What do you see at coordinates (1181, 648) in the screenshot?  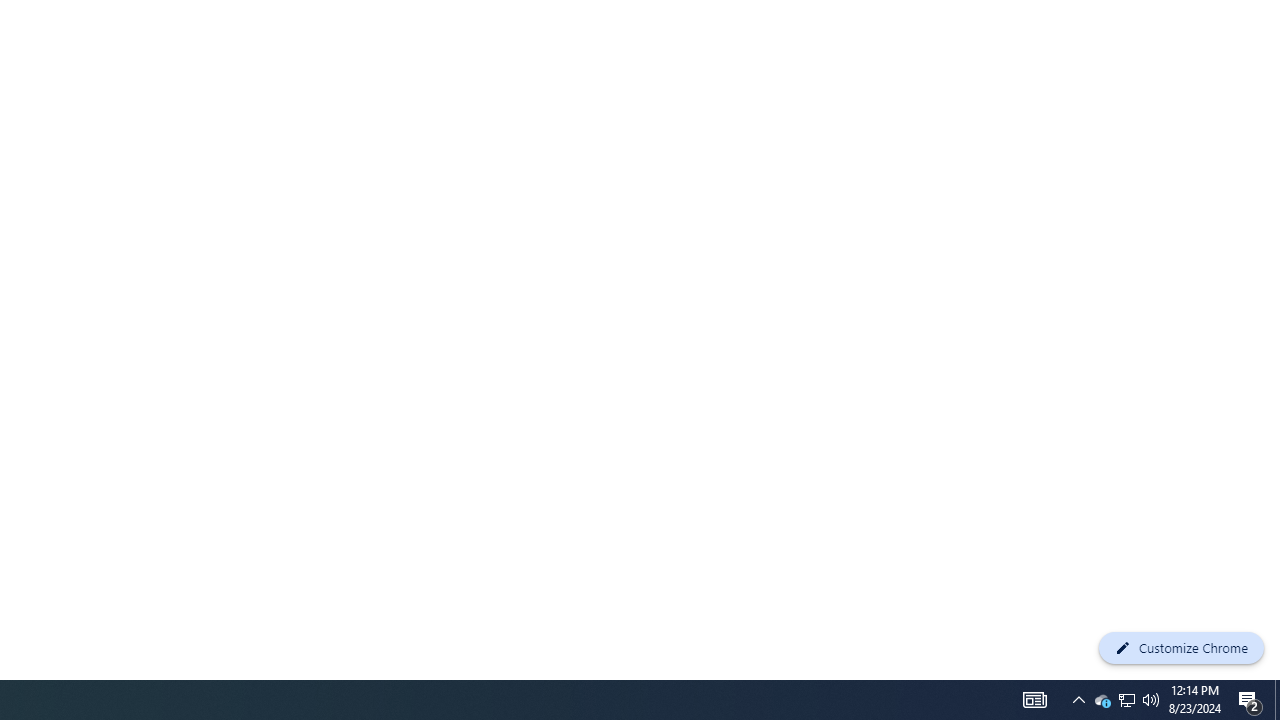 I see `'Customize Chrome'` at bounding box center [1181, 648].